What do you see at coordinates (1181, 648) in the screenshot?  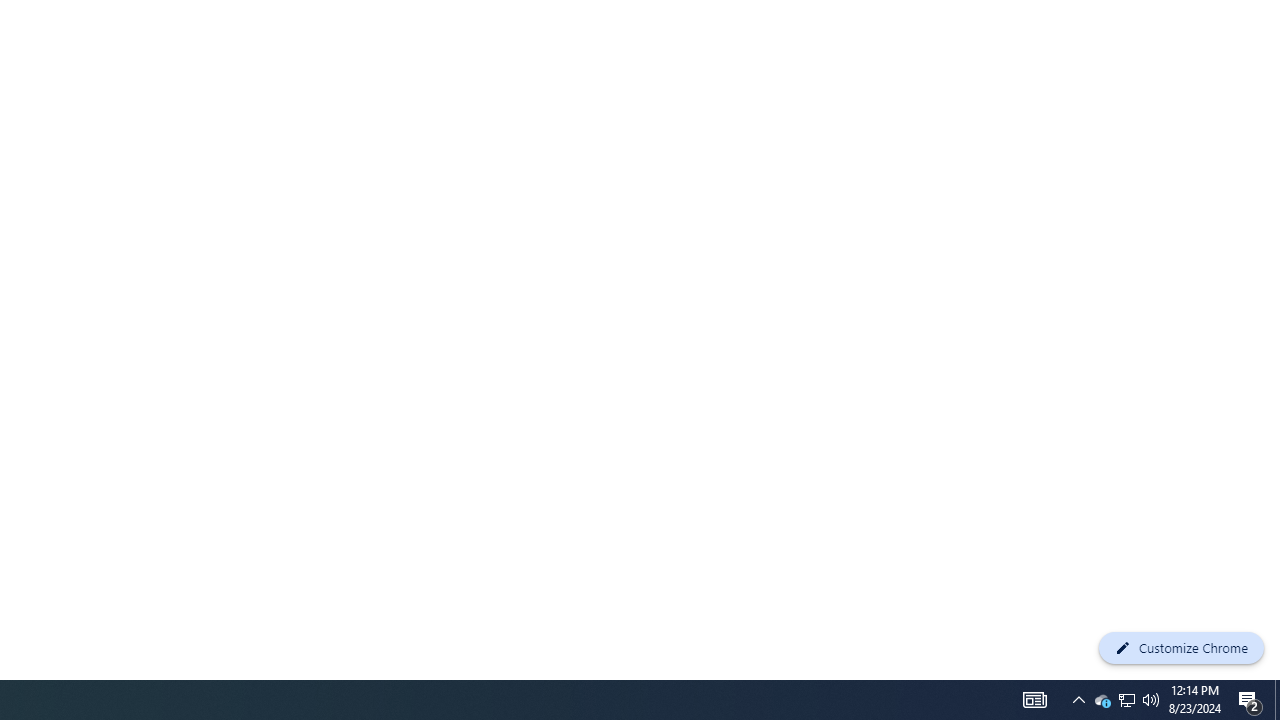 I see `'Customize Chrome'` at bounding box center [1181, 648].